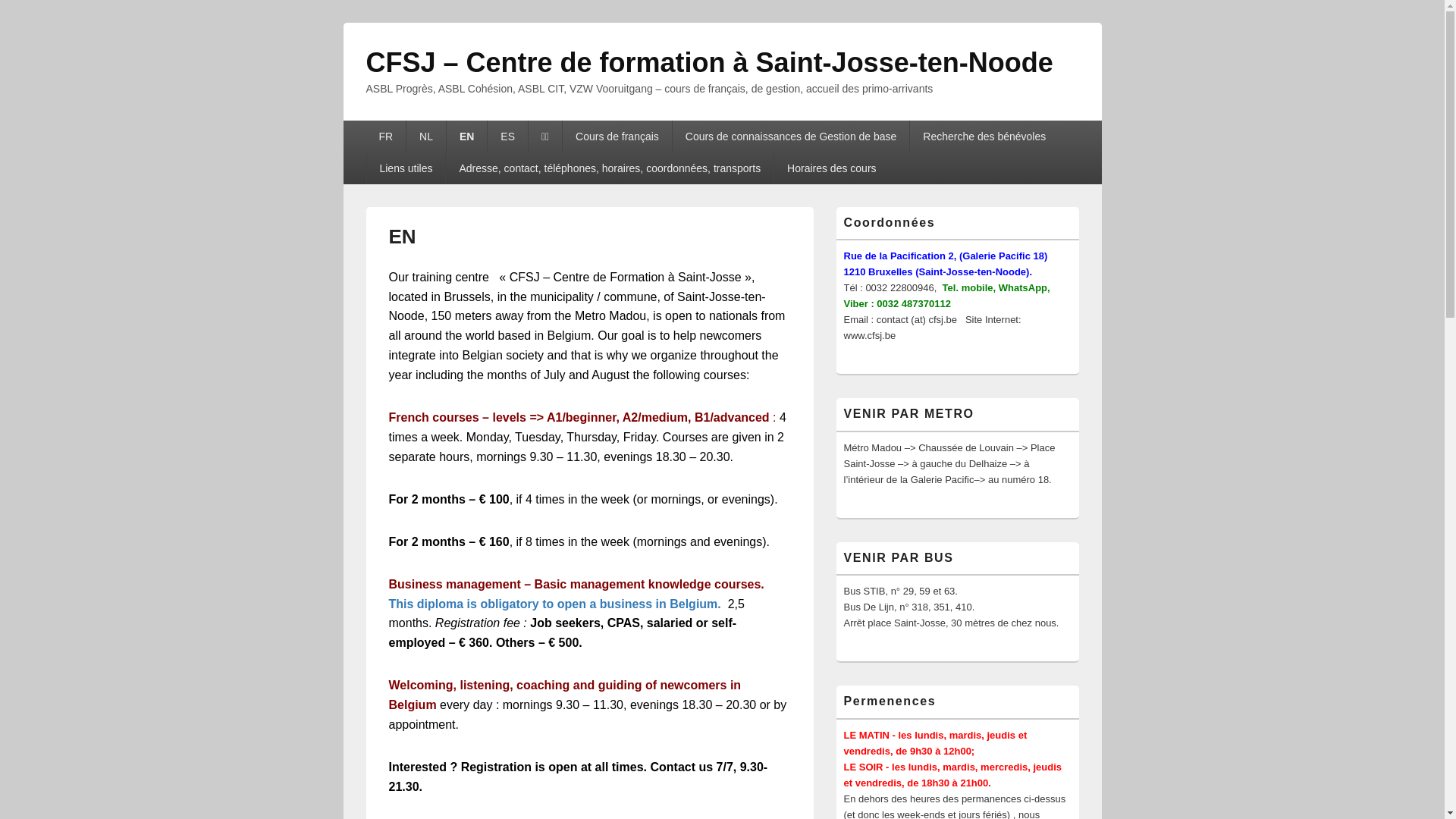 The height and width of the screenshot is (819, 1456). What do you see at coordinates (774, 168) in the screenshot?
I see `'Horaires des cours'` at bounding box center [774, 168].